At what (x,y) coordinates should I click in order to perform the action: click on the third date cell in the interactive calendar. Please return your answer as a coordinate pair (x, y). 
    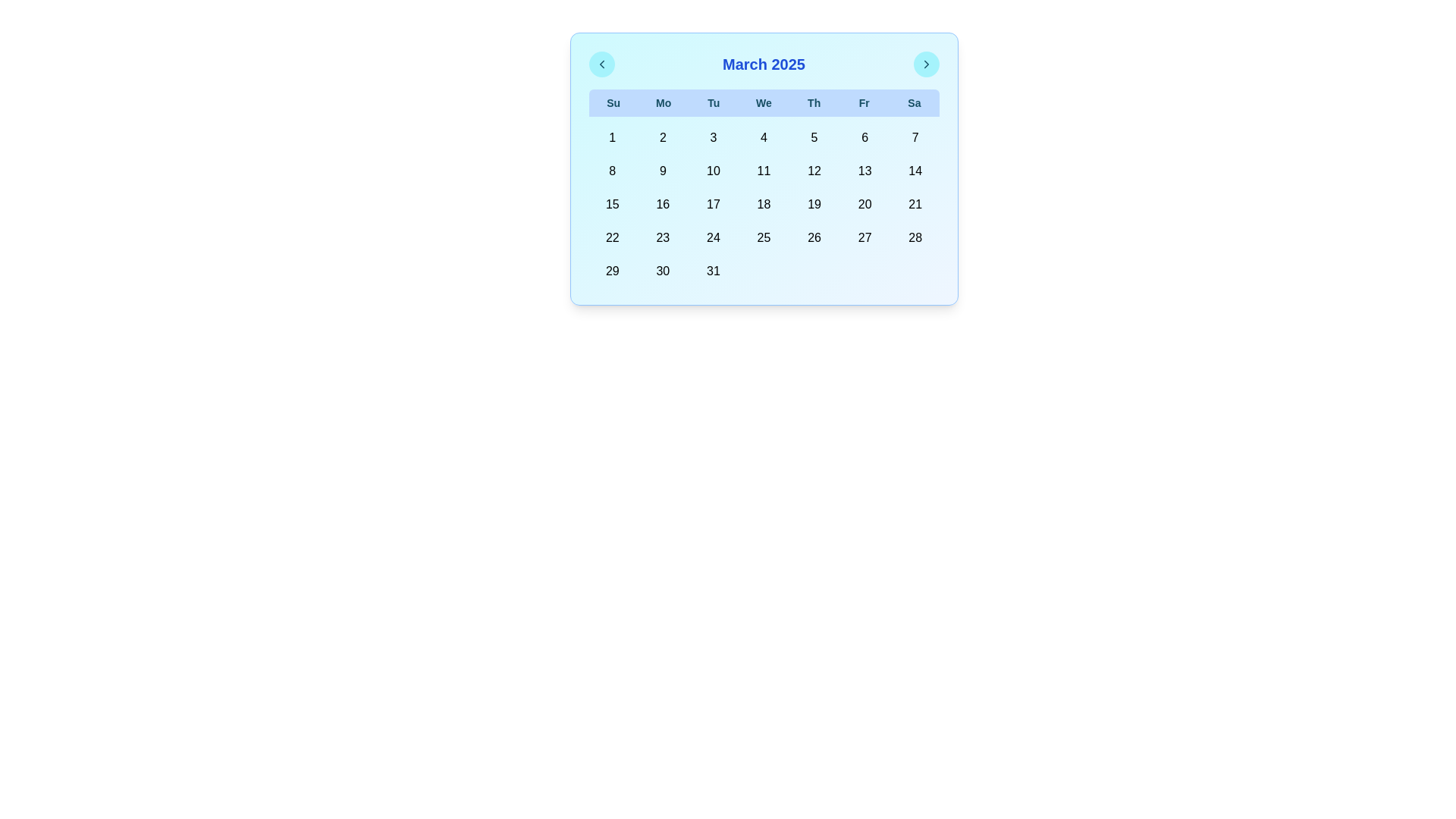
    Looking at the image, I should click on (712, 137).